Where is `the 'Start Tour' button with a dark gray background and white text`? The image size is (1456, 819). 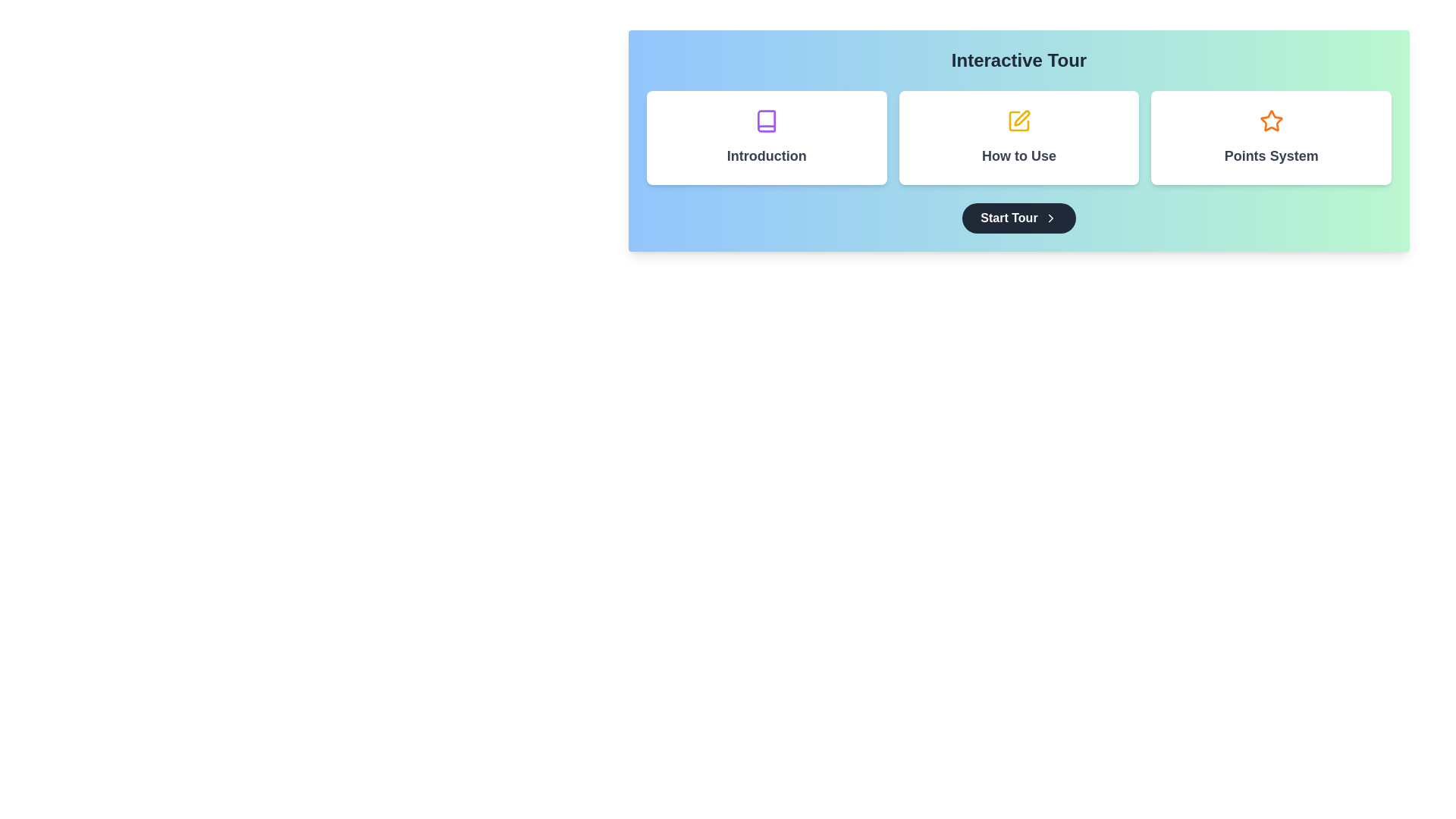 the 'Start Tour' button with a dark gray background and white text is located at coordinates (1019, 218).